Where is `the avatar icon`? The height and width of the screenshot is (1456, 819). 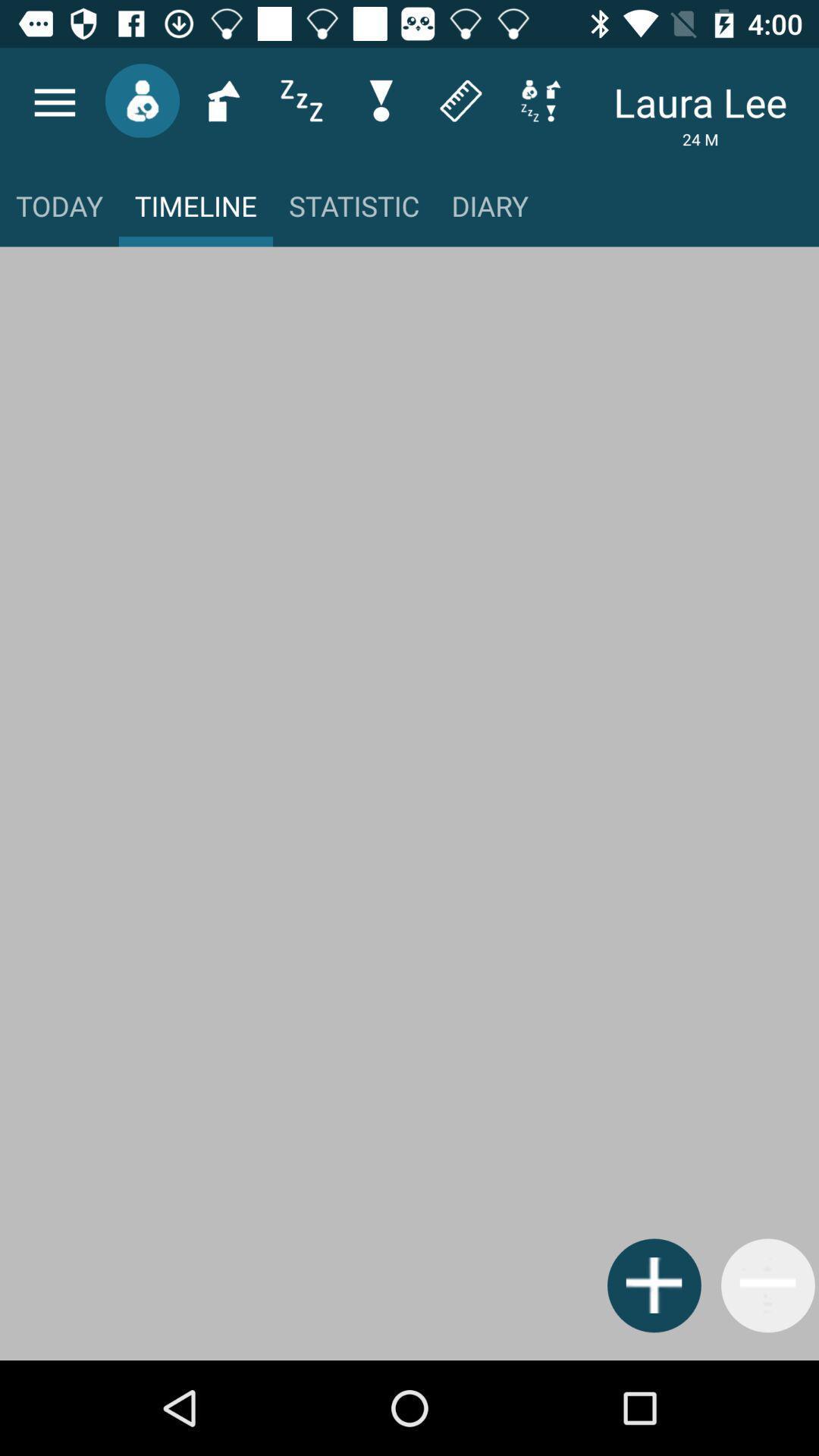
the avatar icon is located at coordinates (142, 99).